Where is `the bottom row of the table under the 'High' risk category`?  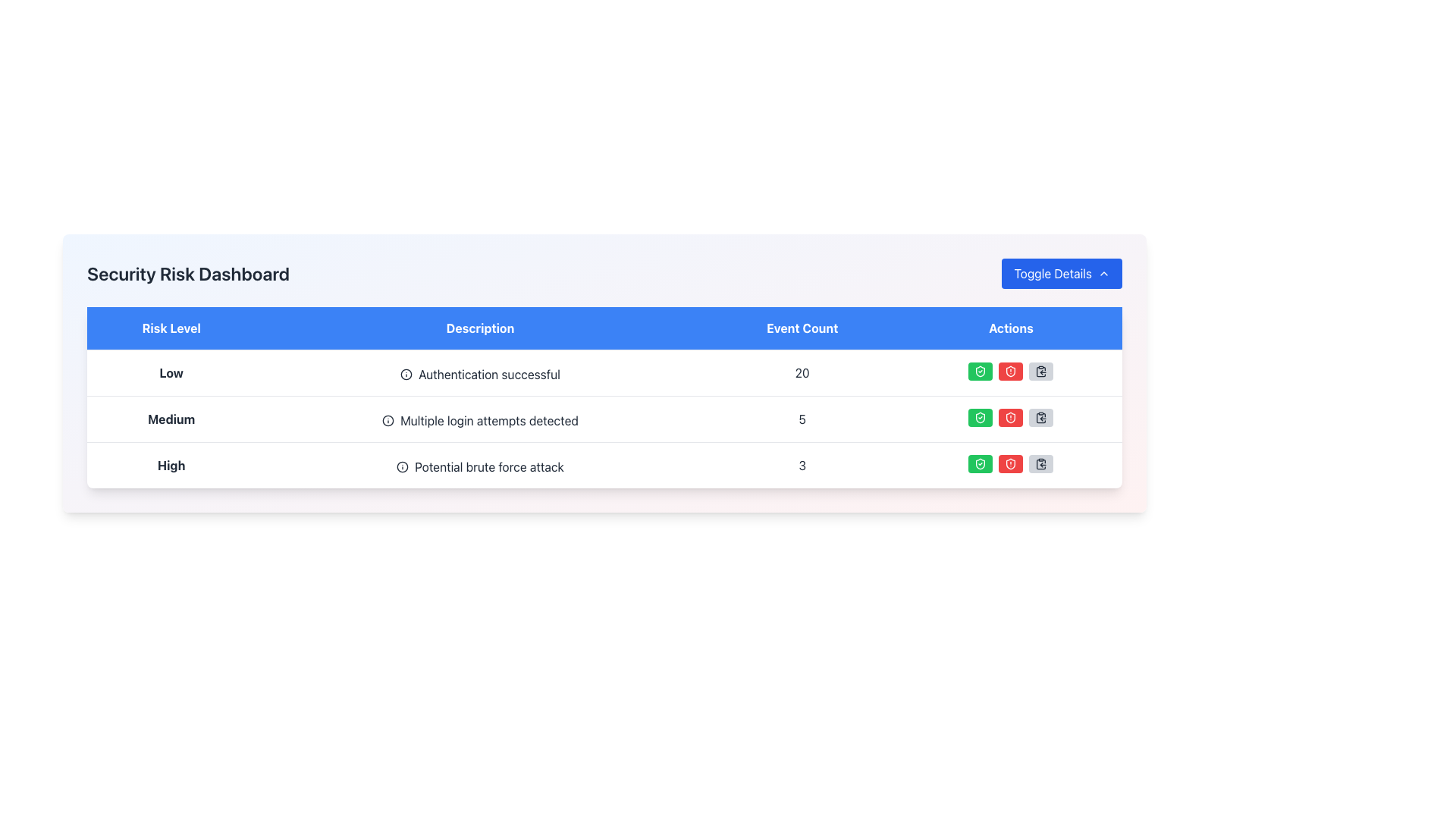
the bottom row of the table under the 'High' risk category is located at coordinates (604, 464).